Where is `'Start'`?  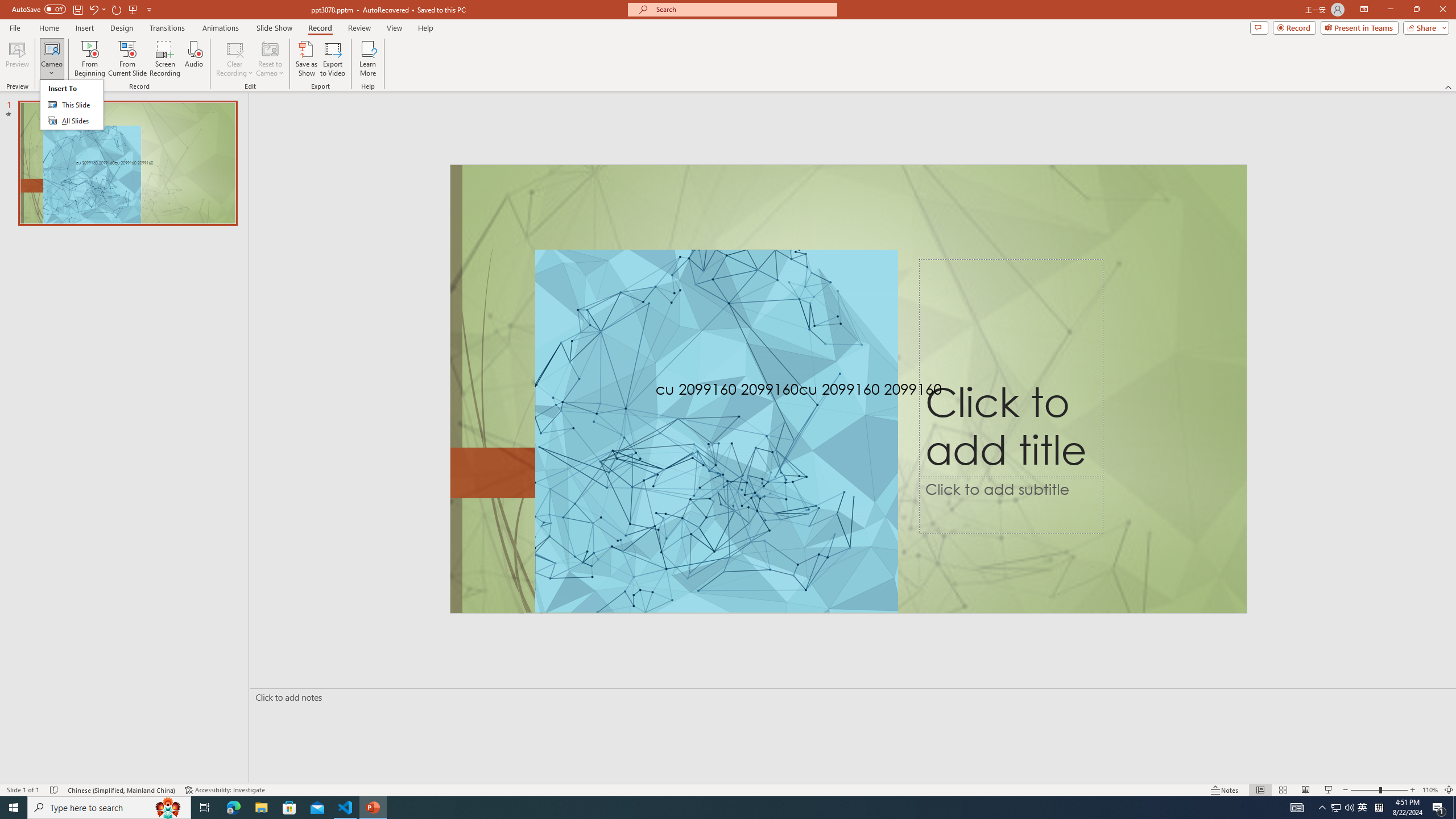 'Start' is located at coordinates (14, 806).